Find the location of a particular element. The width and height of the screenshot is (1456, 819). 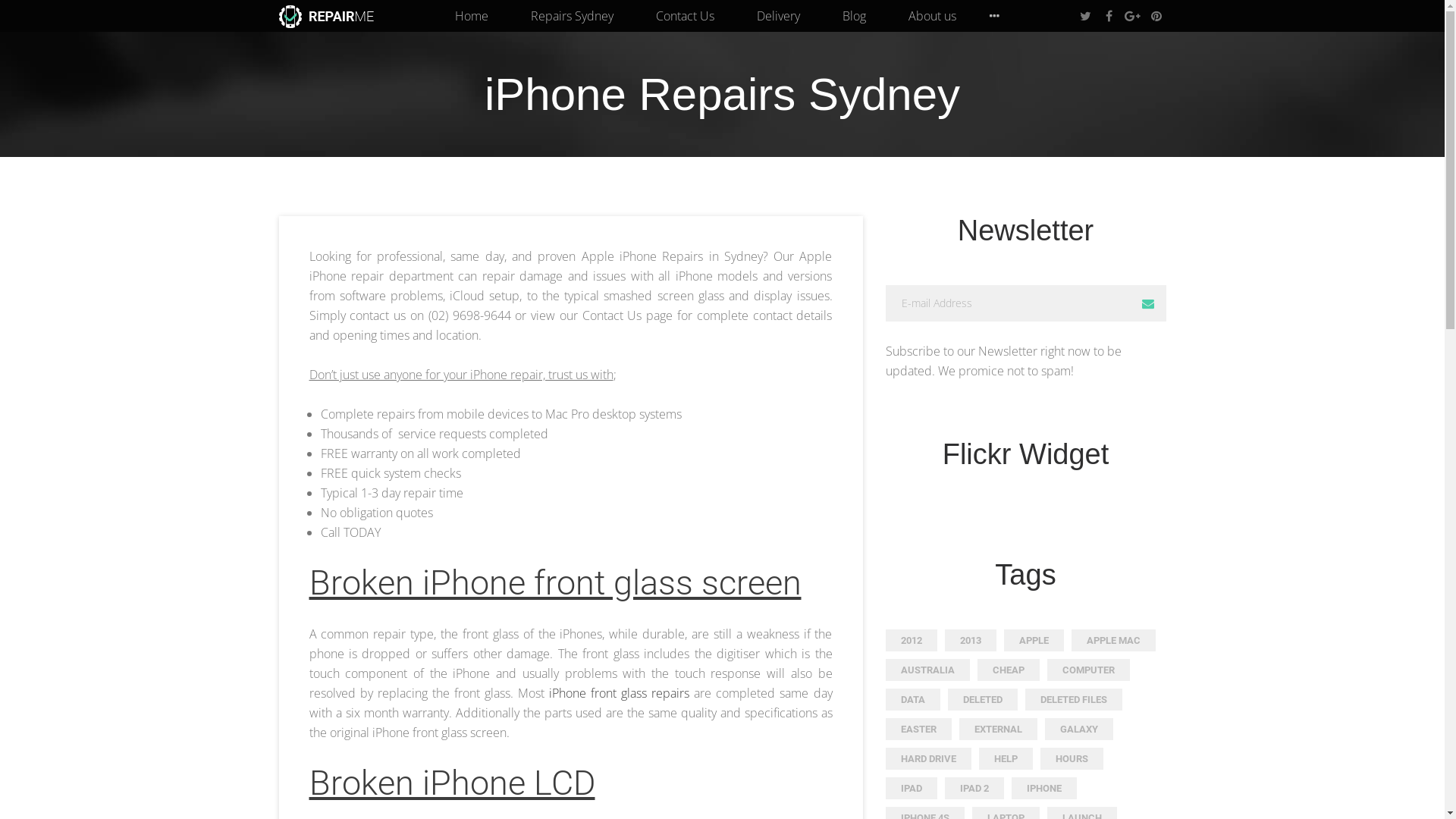

'AUSTRALIA' is located at coordinates (927, 669).